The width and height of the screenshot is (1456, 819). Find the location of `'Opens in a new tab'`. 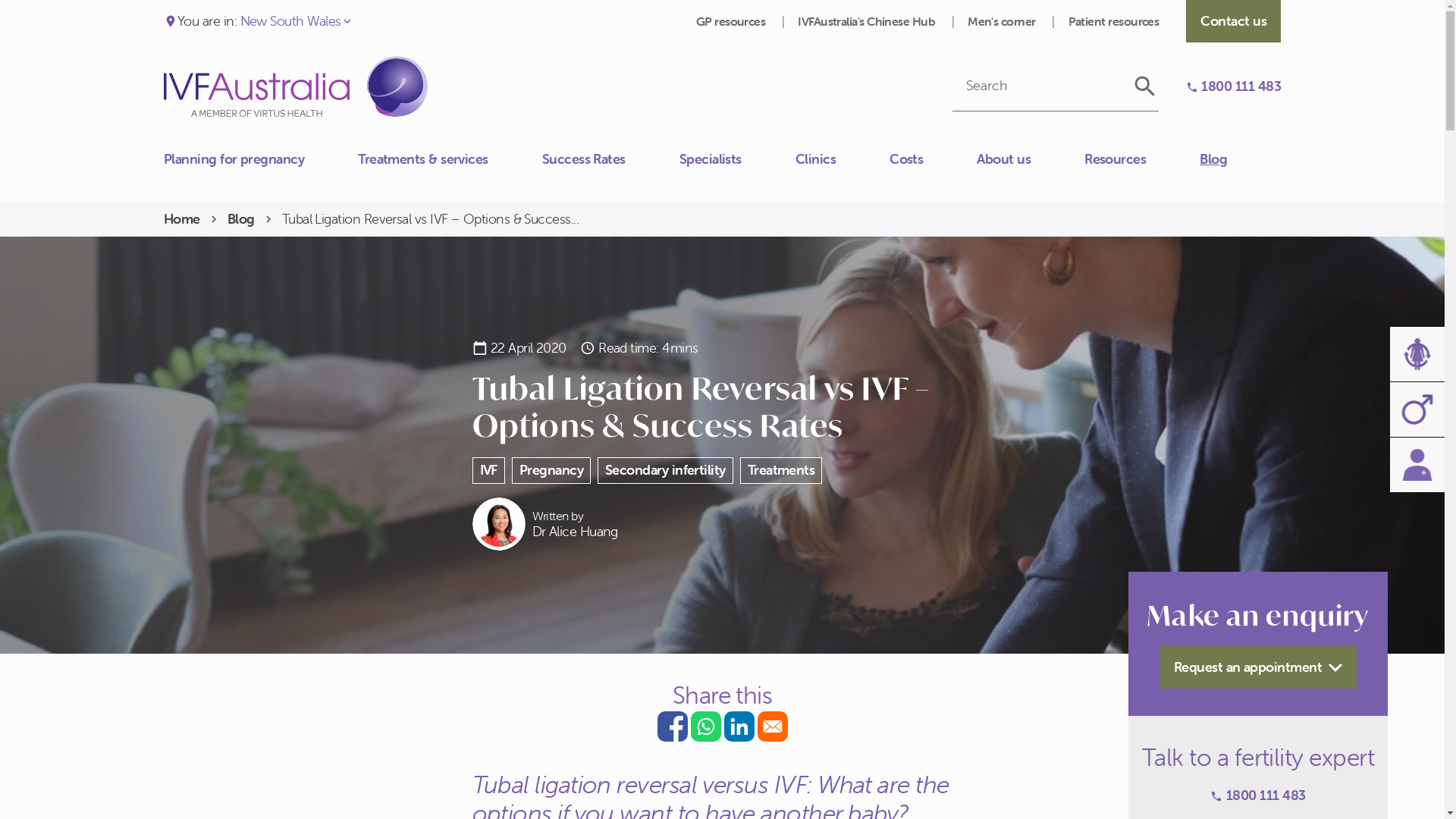

'Opens in a new tab' is located at coordinates (671, 725).